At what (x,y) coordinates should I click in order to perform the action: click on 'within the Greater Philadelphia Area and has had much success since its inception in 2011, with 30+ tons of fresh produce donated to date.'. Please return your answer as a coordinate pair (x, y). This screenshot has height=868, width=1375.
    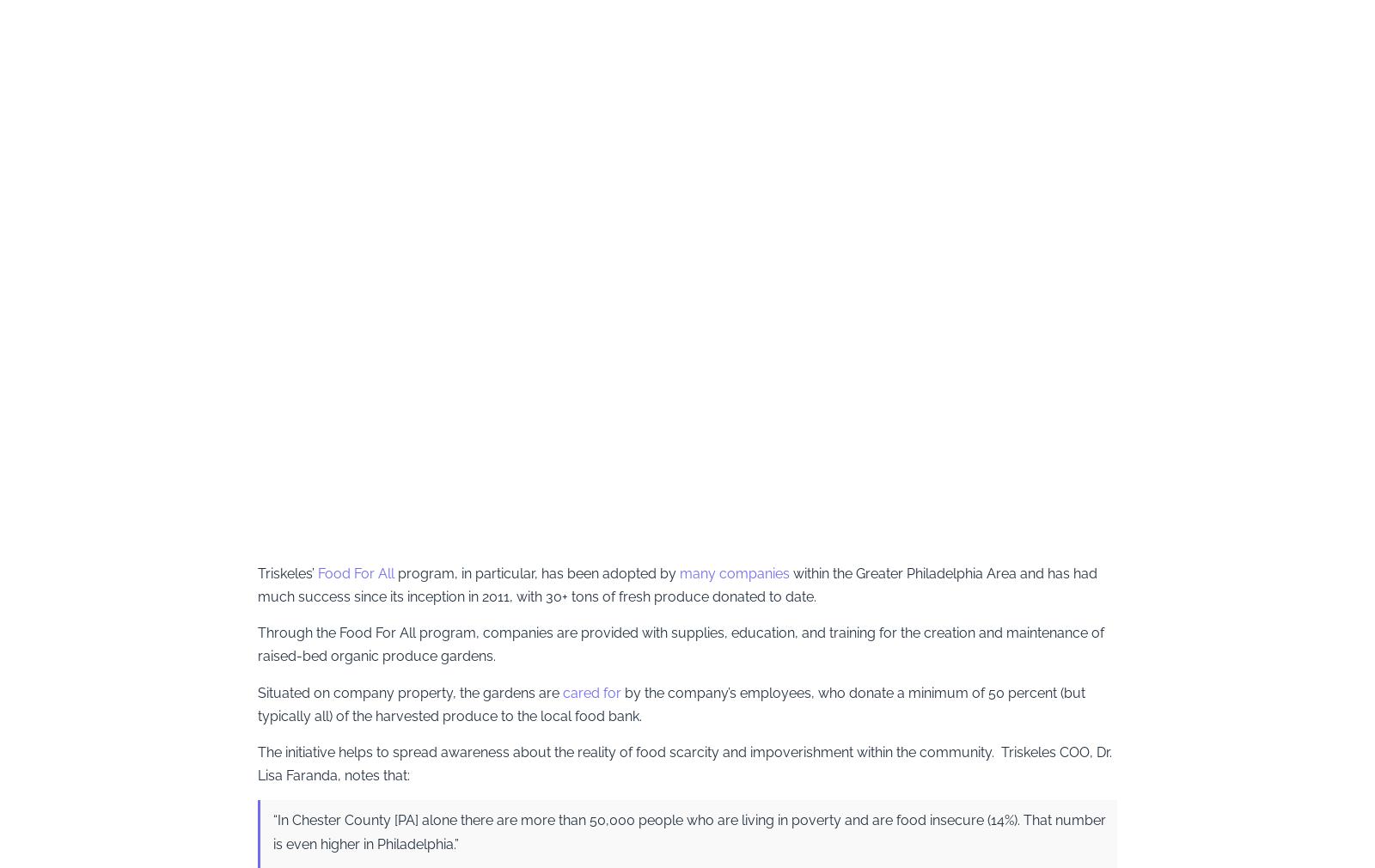
    Looking at the image, I should click on (677, 584).